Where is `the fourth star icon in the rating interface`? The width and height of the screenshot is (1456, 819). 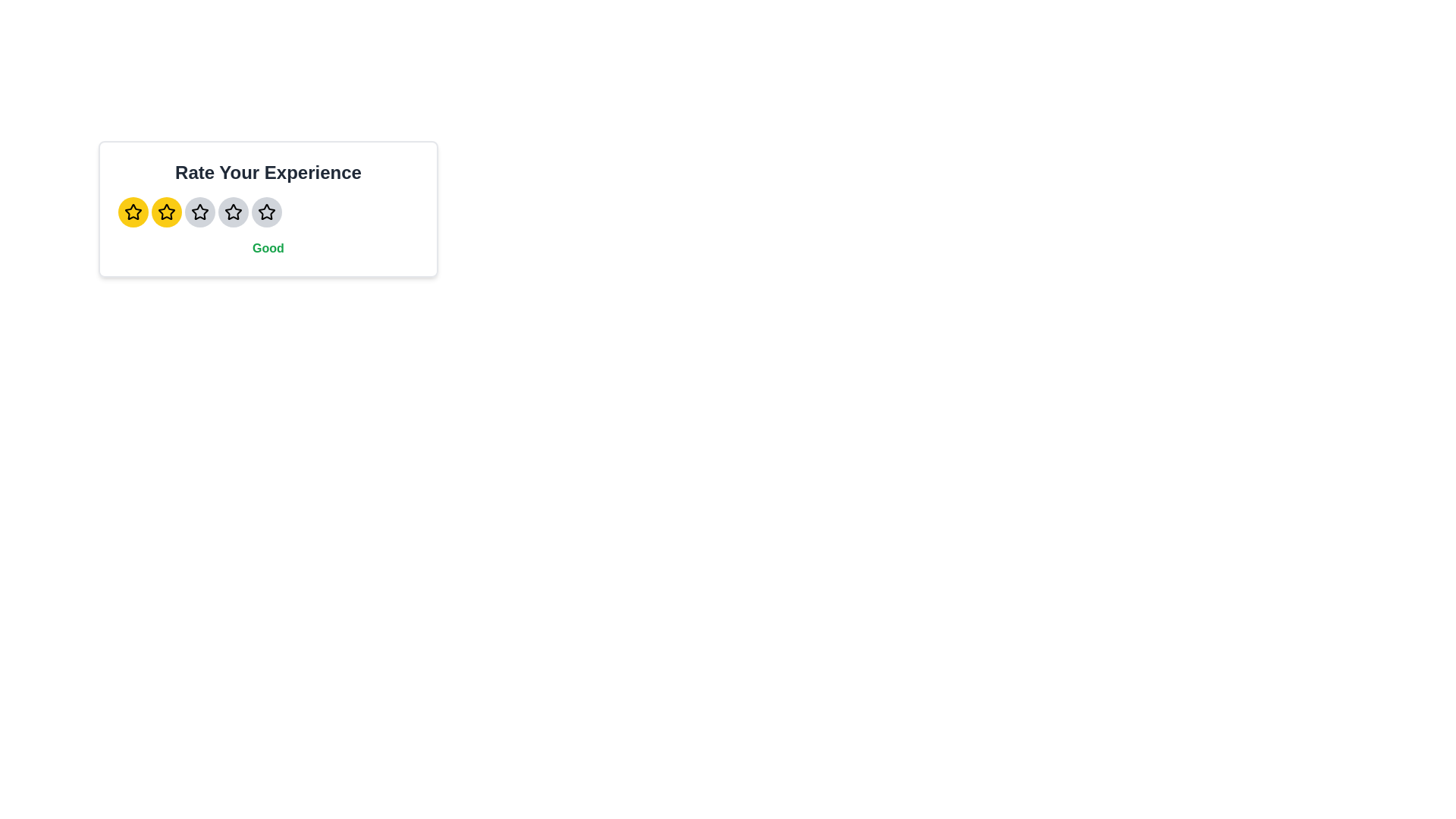
the fourth star icon in the rating interface is located at coordinates (266, 212).